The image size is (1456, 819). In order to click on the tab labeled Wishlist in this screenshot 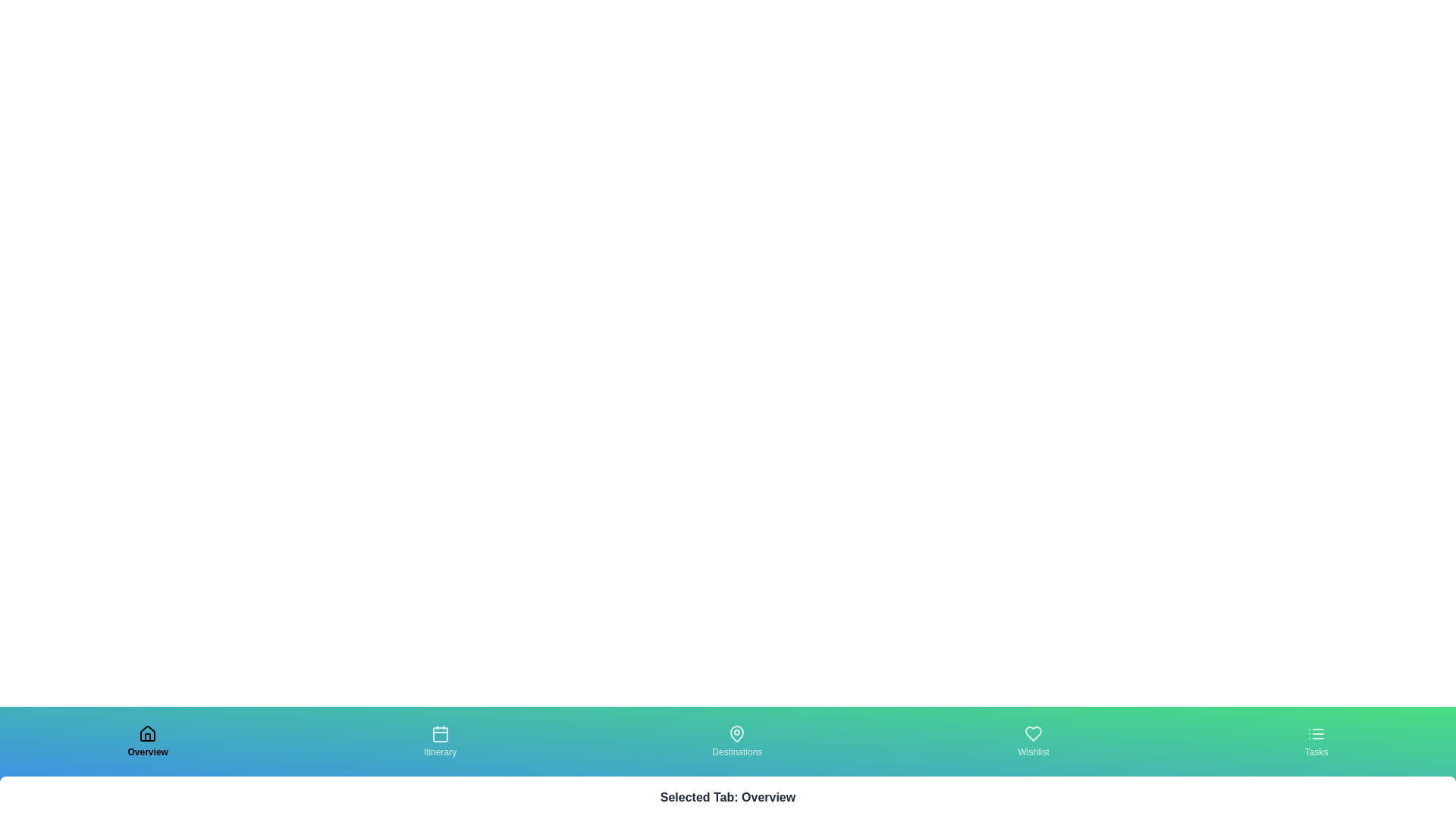, I will do `click(1033, 741)`.